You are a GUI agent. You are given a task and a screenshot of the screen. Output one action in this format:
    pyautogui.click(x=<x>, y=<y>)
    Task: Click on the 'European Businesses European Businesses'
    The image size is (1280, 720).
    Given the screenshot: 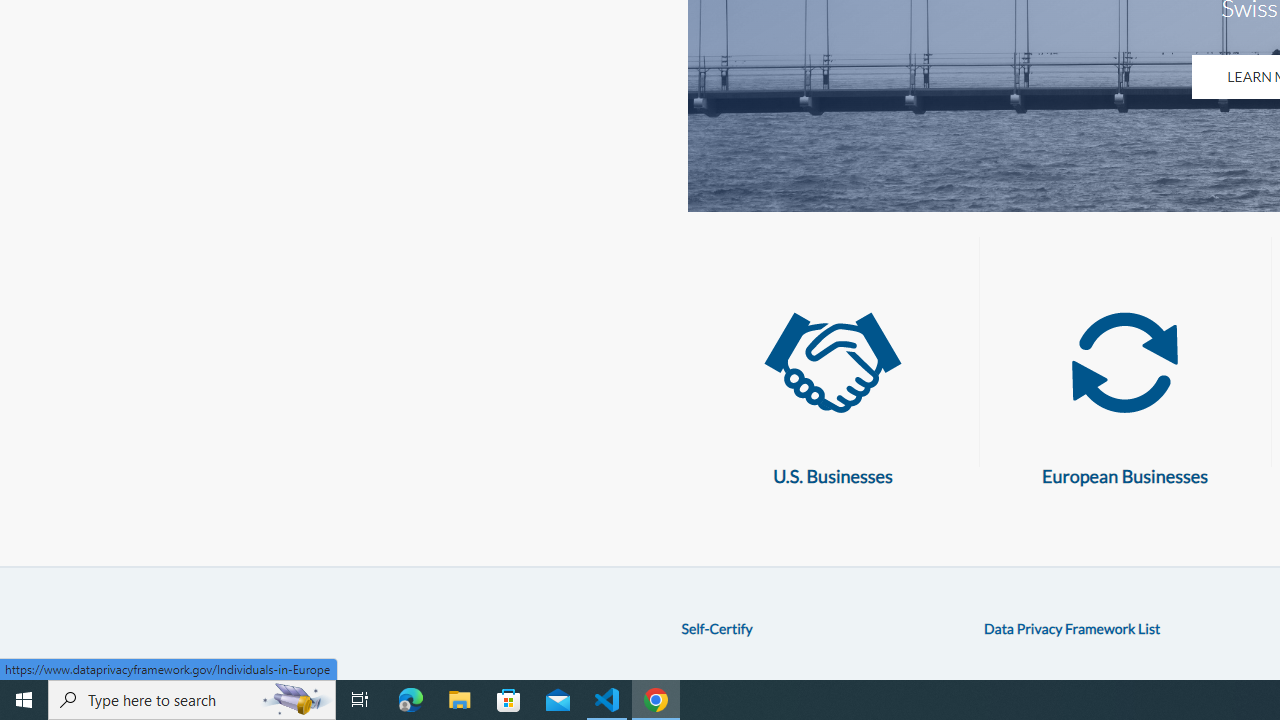 What is the action you would take?
    pyautogui.click(x=1125, y=389)
    